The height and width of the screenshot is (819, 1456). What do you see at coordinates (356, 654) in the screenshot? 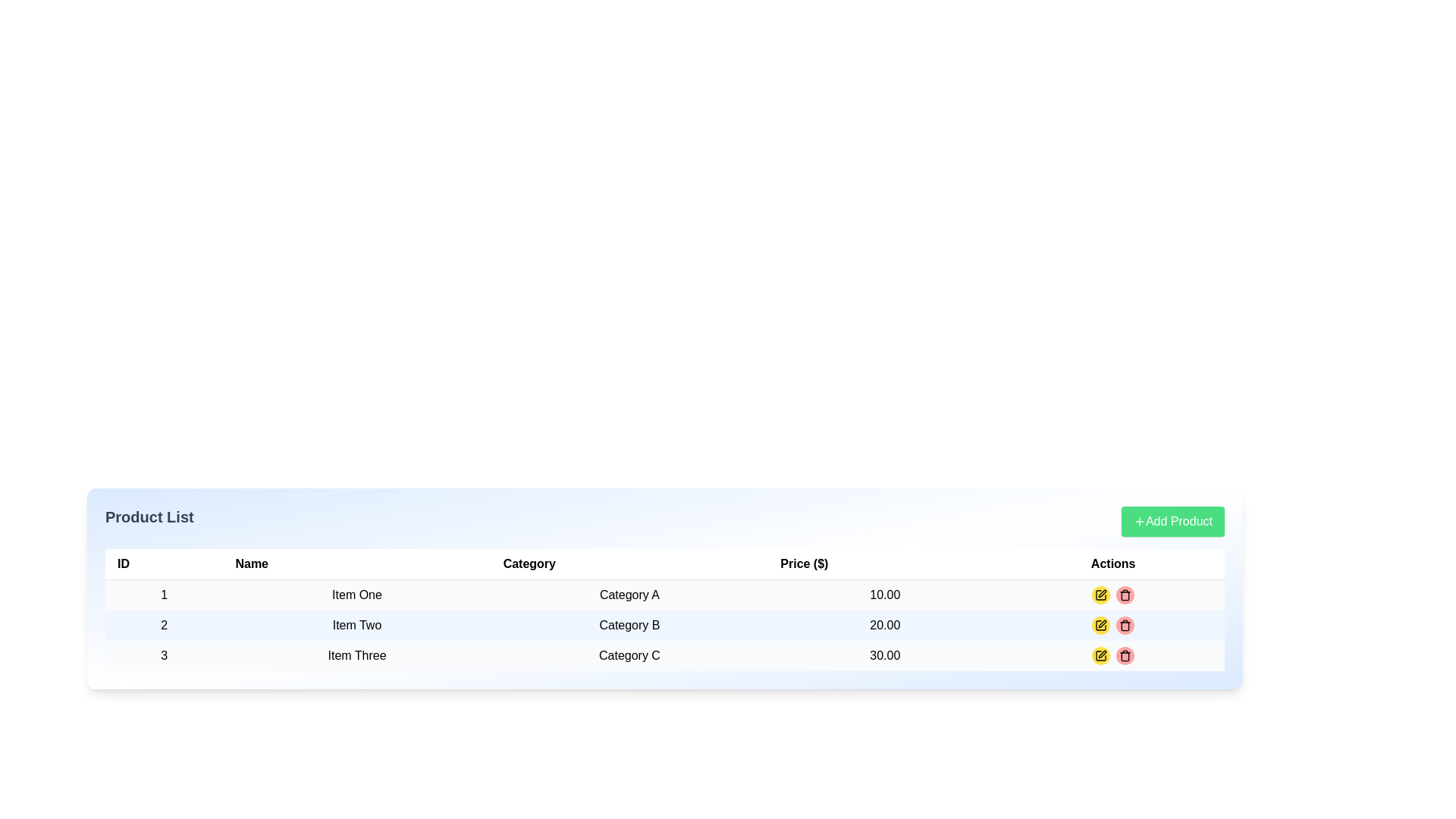
I see `the text label displaying the name of the third product in the table, which is centrally located between 'Category C' and '3'` at bounding box center [356, 654].